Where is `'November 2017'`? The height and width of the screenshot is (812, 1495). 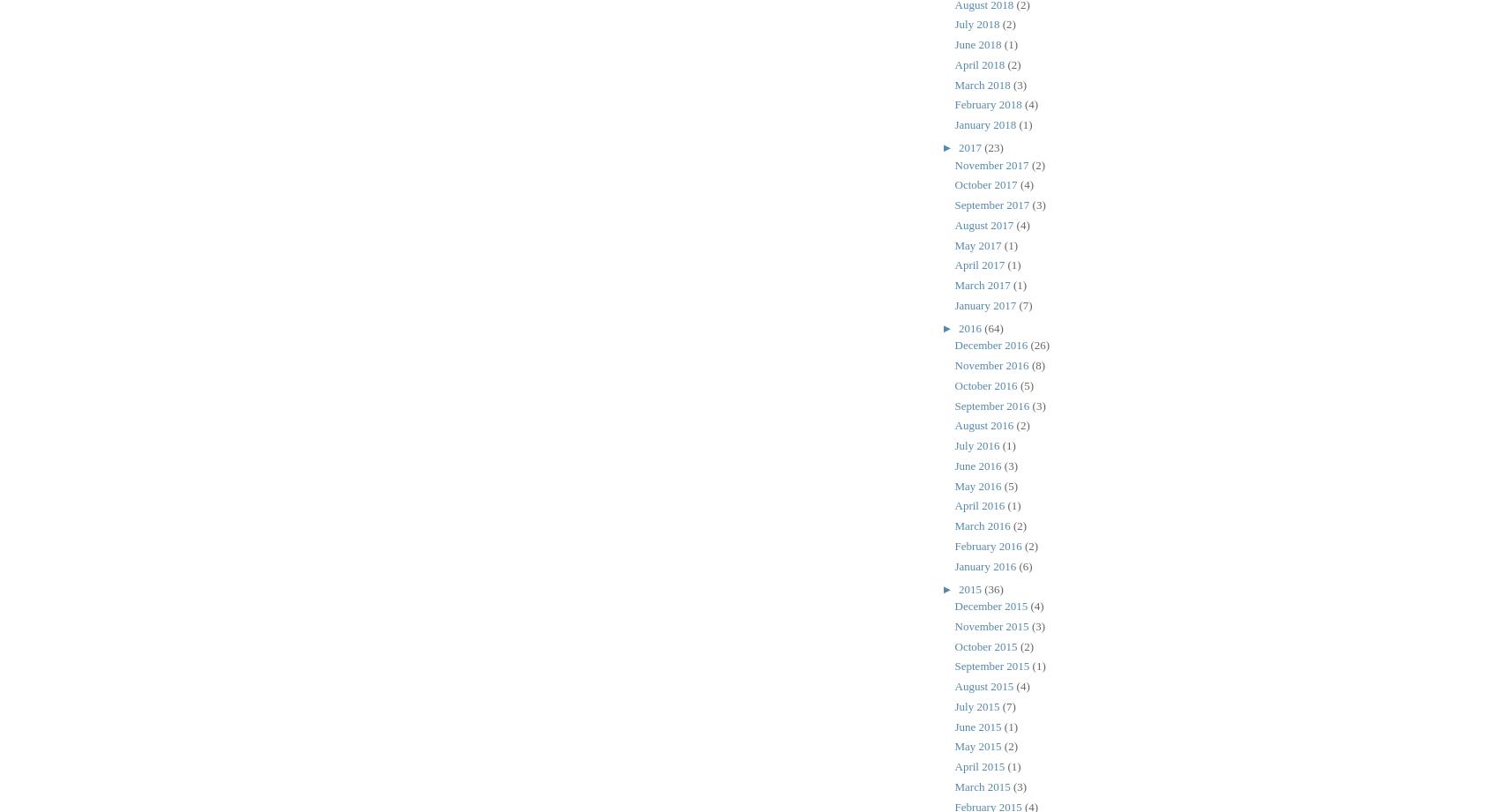
'November 2017' is located at coordinates (991, 163).